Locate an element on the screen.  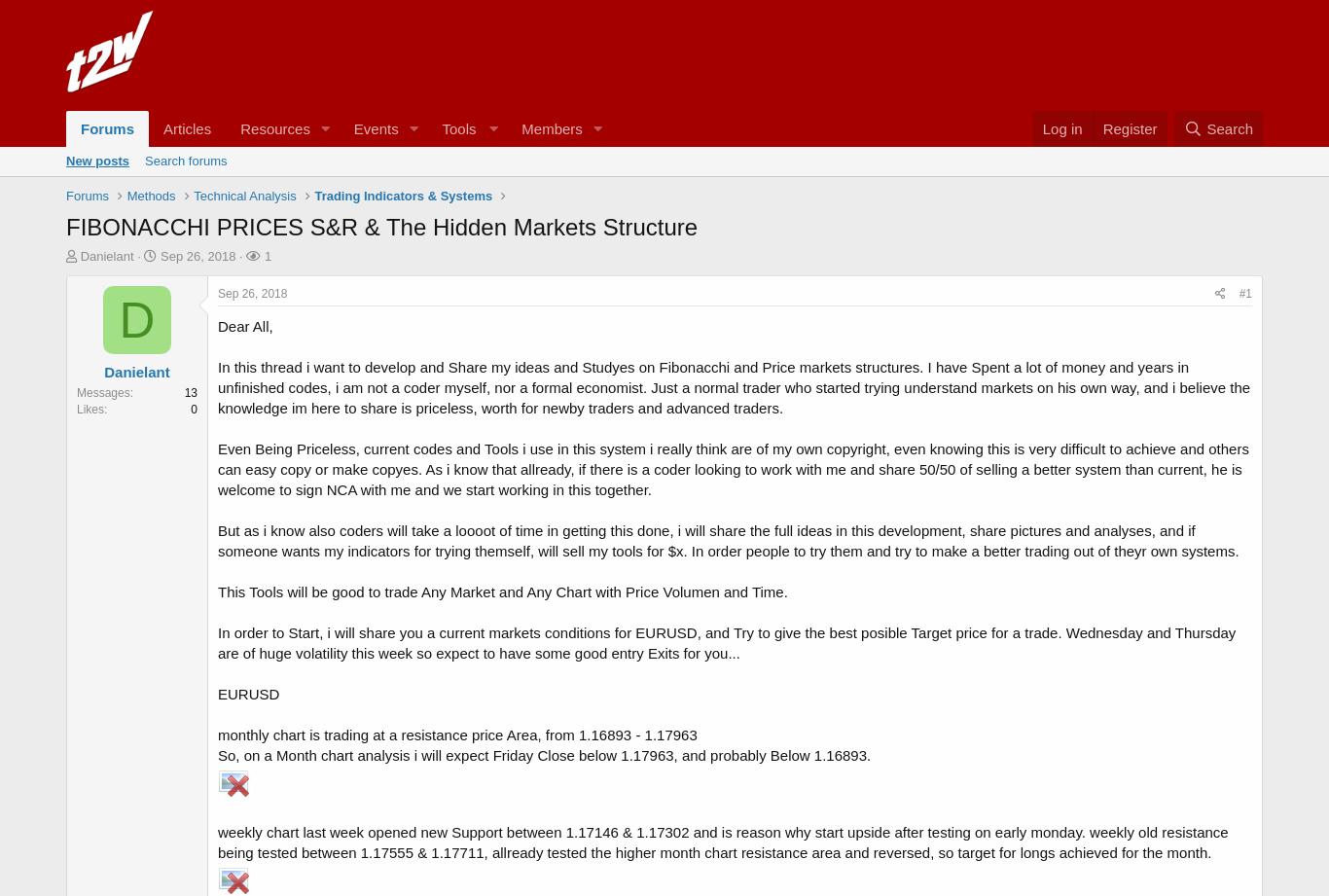
'Methods' is located at coordinates (150, 195).